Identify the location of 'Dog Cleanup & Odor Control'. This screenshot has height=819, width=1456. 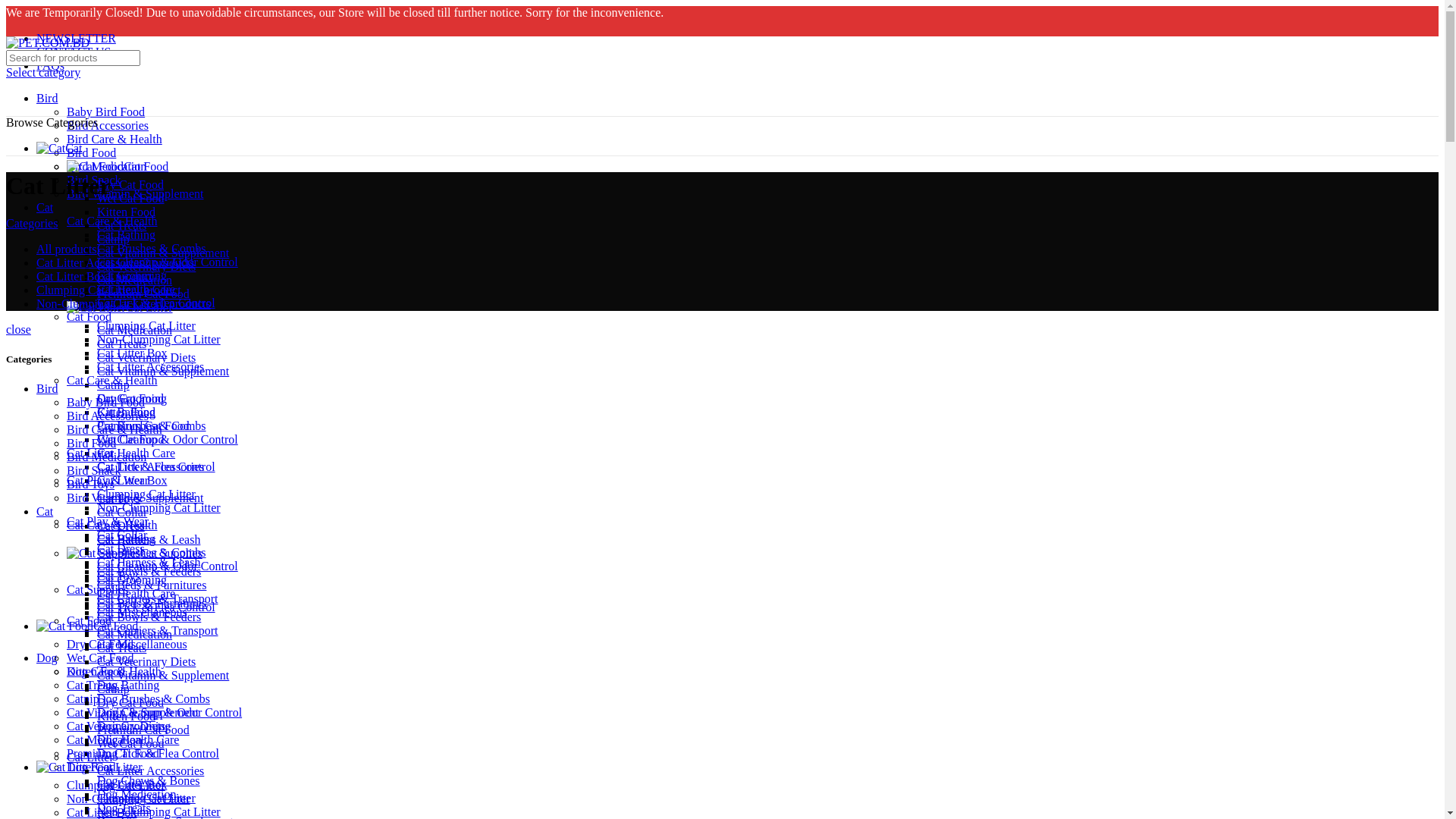
(169, 712).